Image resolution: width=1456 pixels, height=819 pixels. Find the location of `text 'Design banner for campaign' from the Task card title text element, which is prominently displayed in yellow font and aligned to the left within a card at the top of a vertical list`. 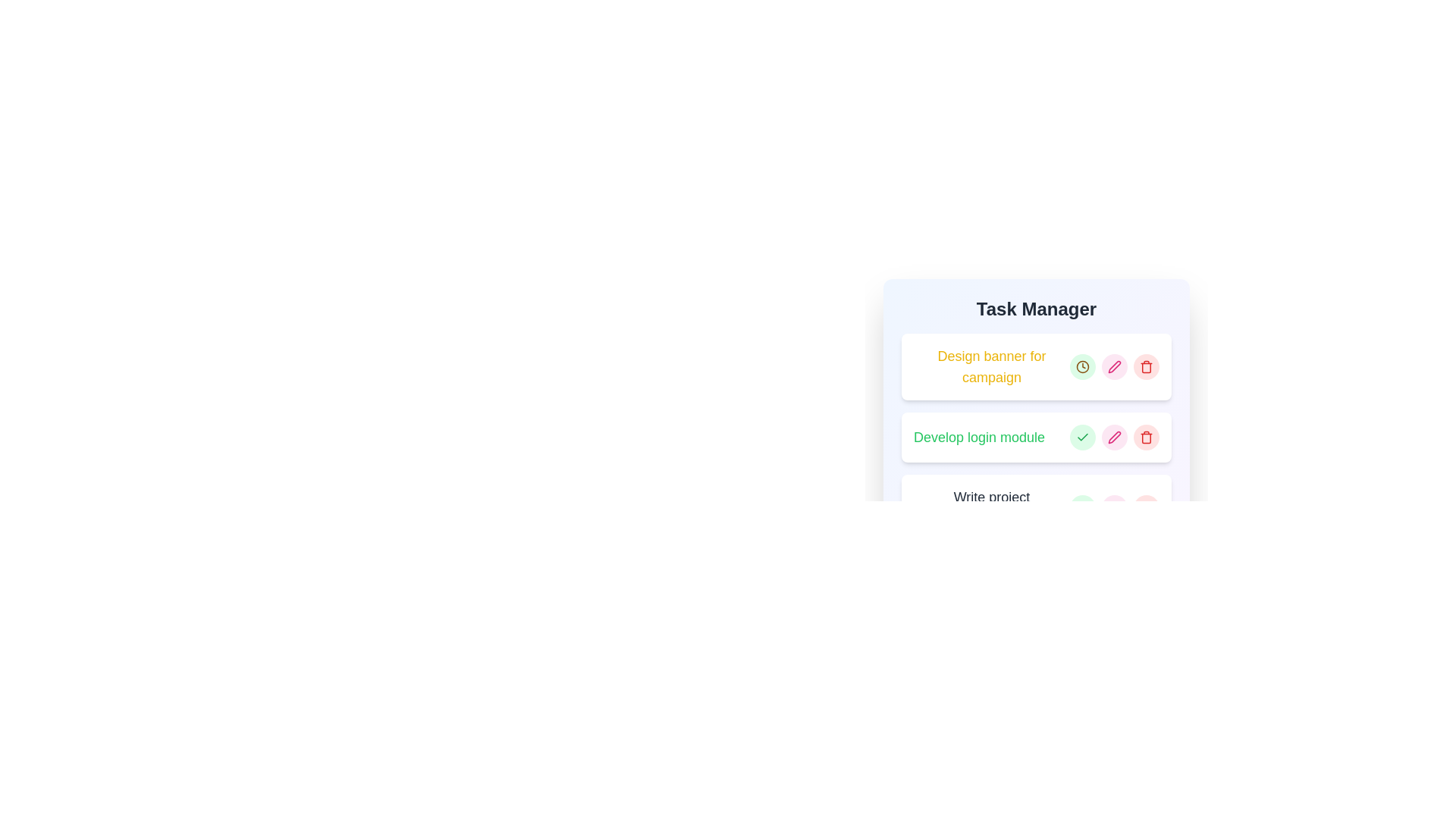

text 'Design banner for campaign' from the Task card title text element, which is prominently displayed in yellow font and aligned to the left within a card at the top of a vertical list is located at coordinates (1036, 366).